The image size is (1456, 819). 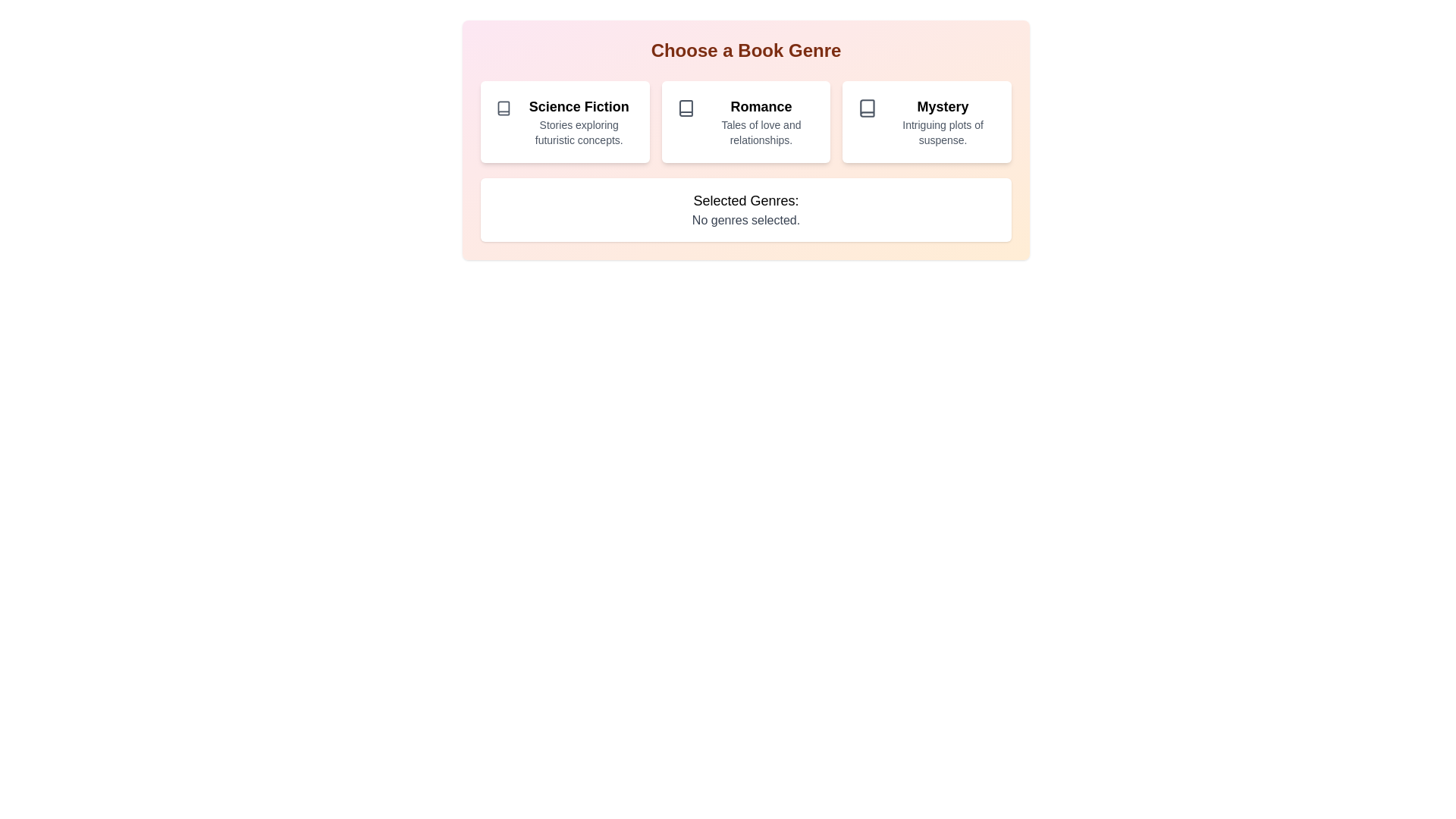 I want to click on the 'Science Fiction' text element in the genre selection interface, which is the first option in a grid layout, so click(x=578, y=121).